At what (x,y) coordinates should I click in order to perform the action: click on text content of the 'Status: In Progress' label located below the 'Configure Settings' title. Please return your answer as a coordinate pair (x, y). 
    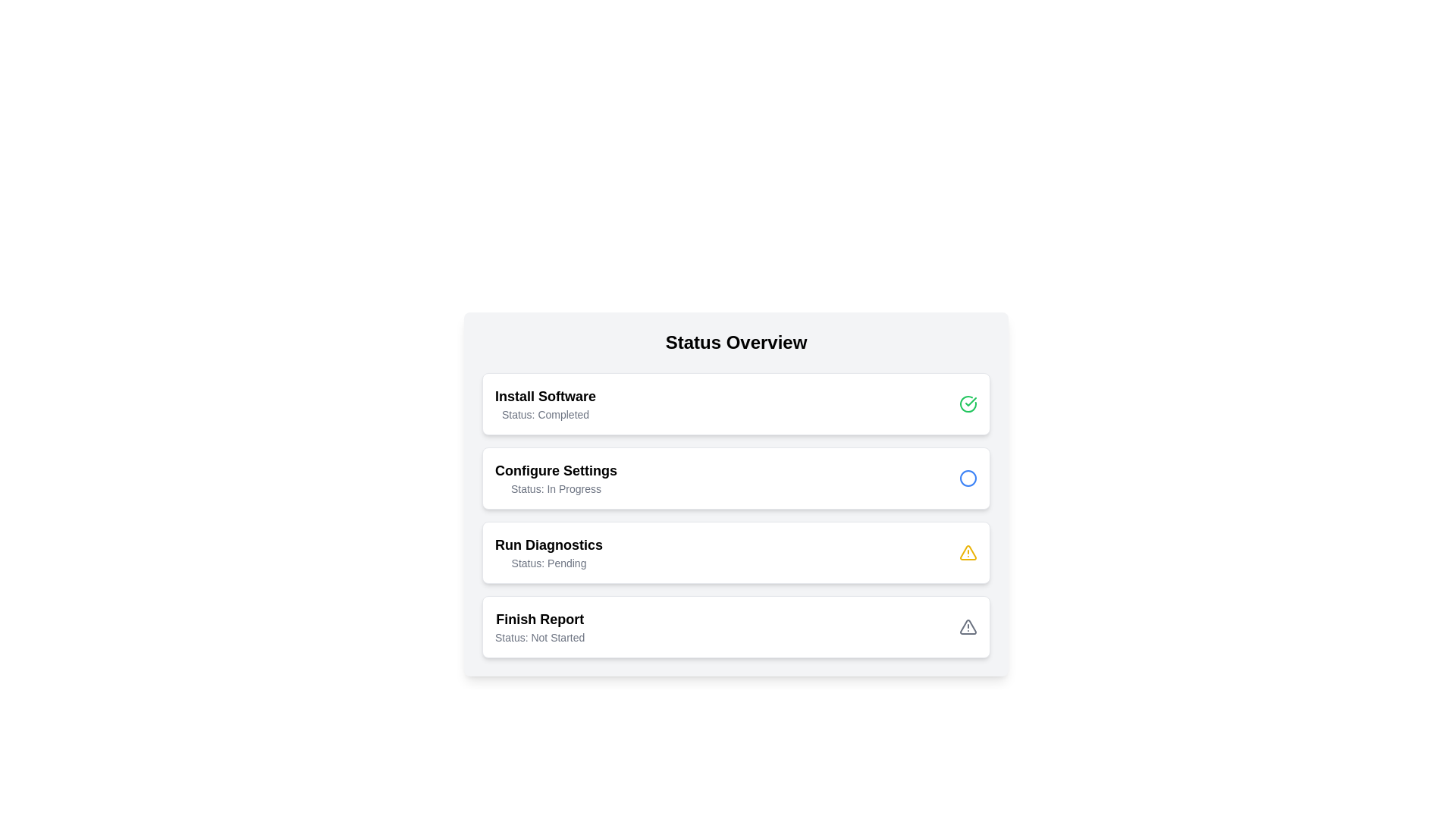
    Looking at the image, I should click on (555, 488).